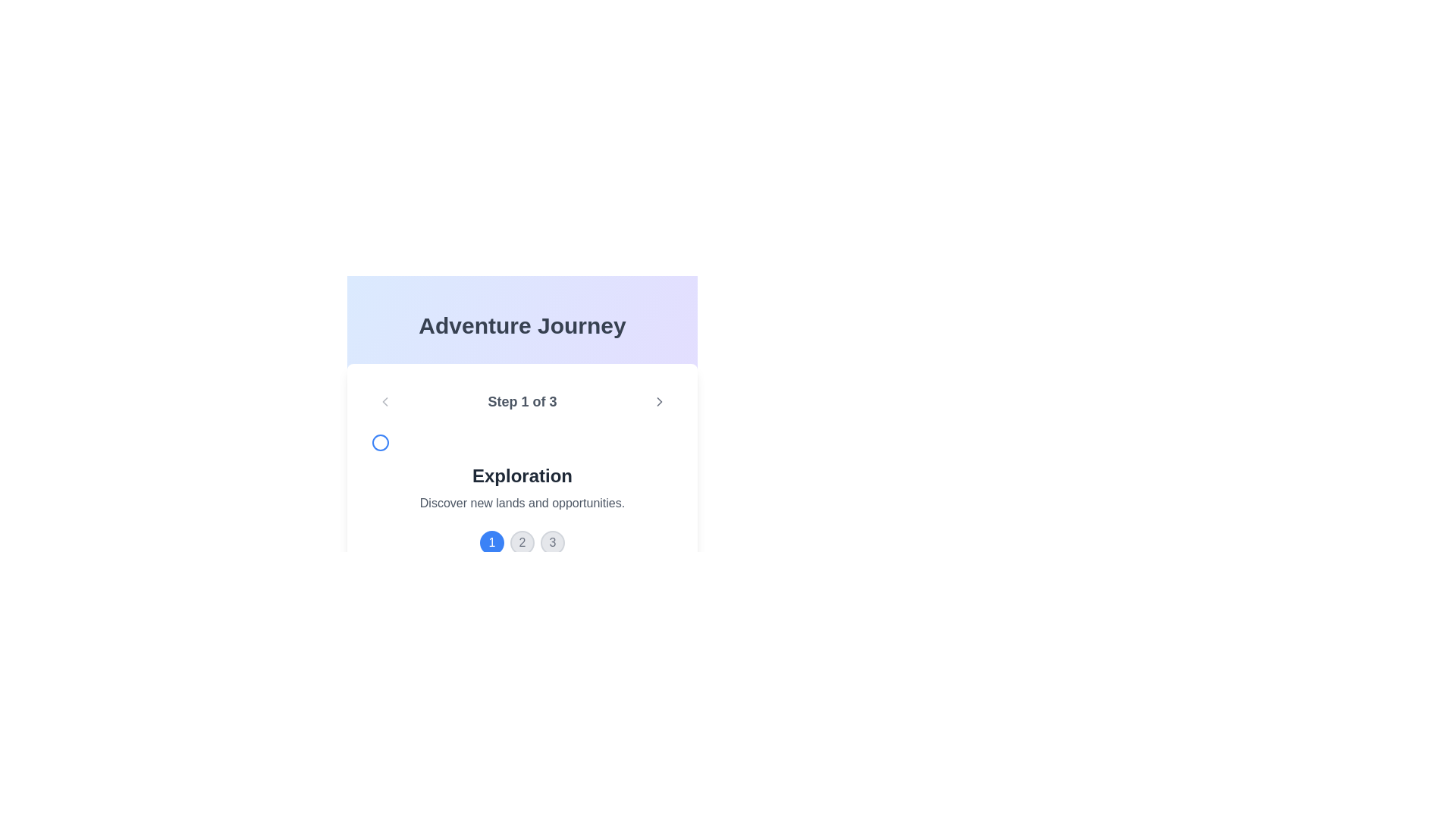  What do you see at coordinates (522, 542) in the screenshot?
I see `the second navigation button indicating the second step in a multi-step process, positioned below the text 'Exploration'` at bounding box center [522, 542].